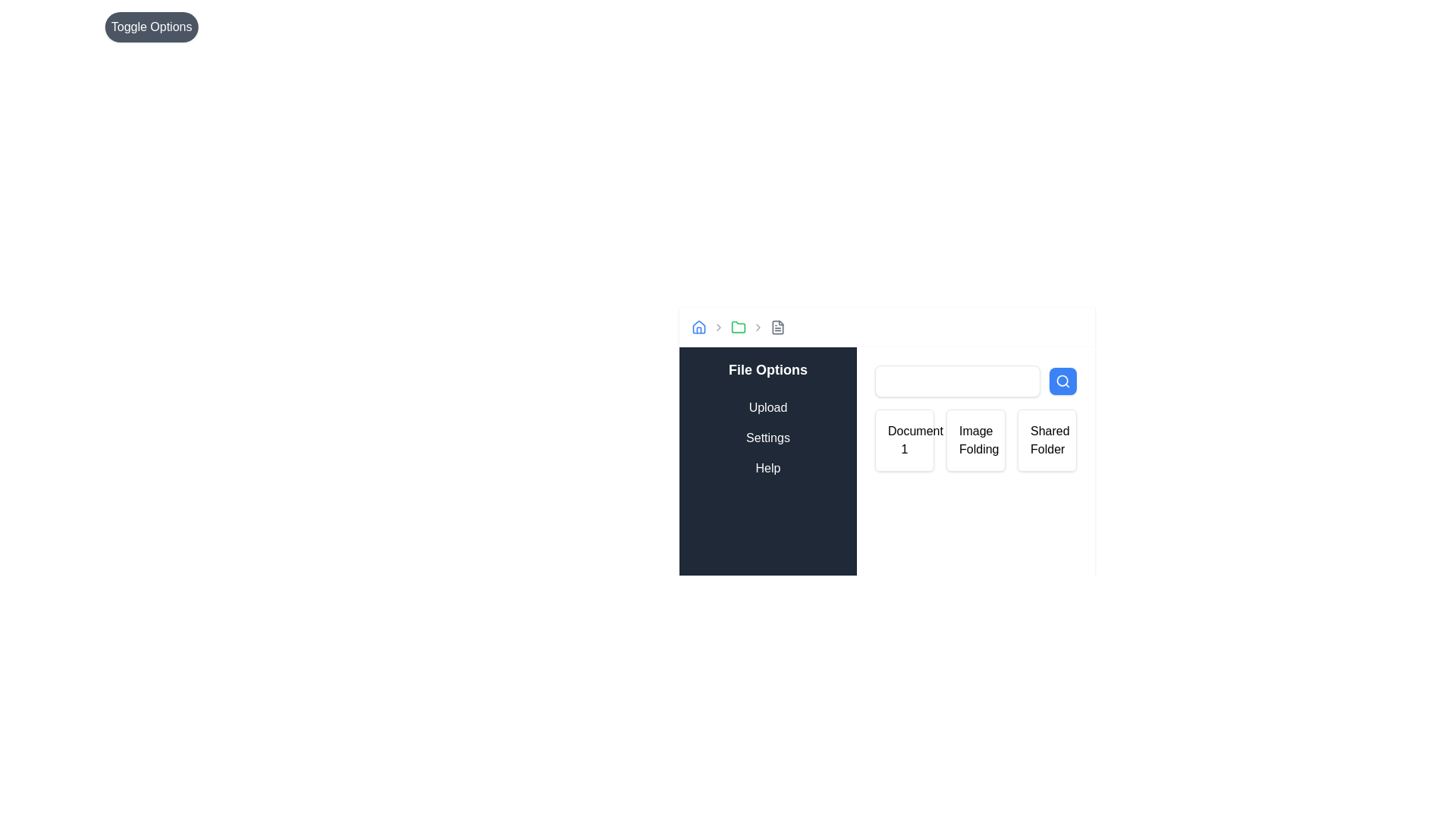 The height and width of the screenshot is (819, 1456). What do you see at coordinates (975, 441) in the screenshot?
I see `the 'Image Folding' button, which is the middle option in a horizontal grid layout of three items: 'Document 1', 'Image Folding', and 'Shared Folder'` at bounding box center [975, 441].